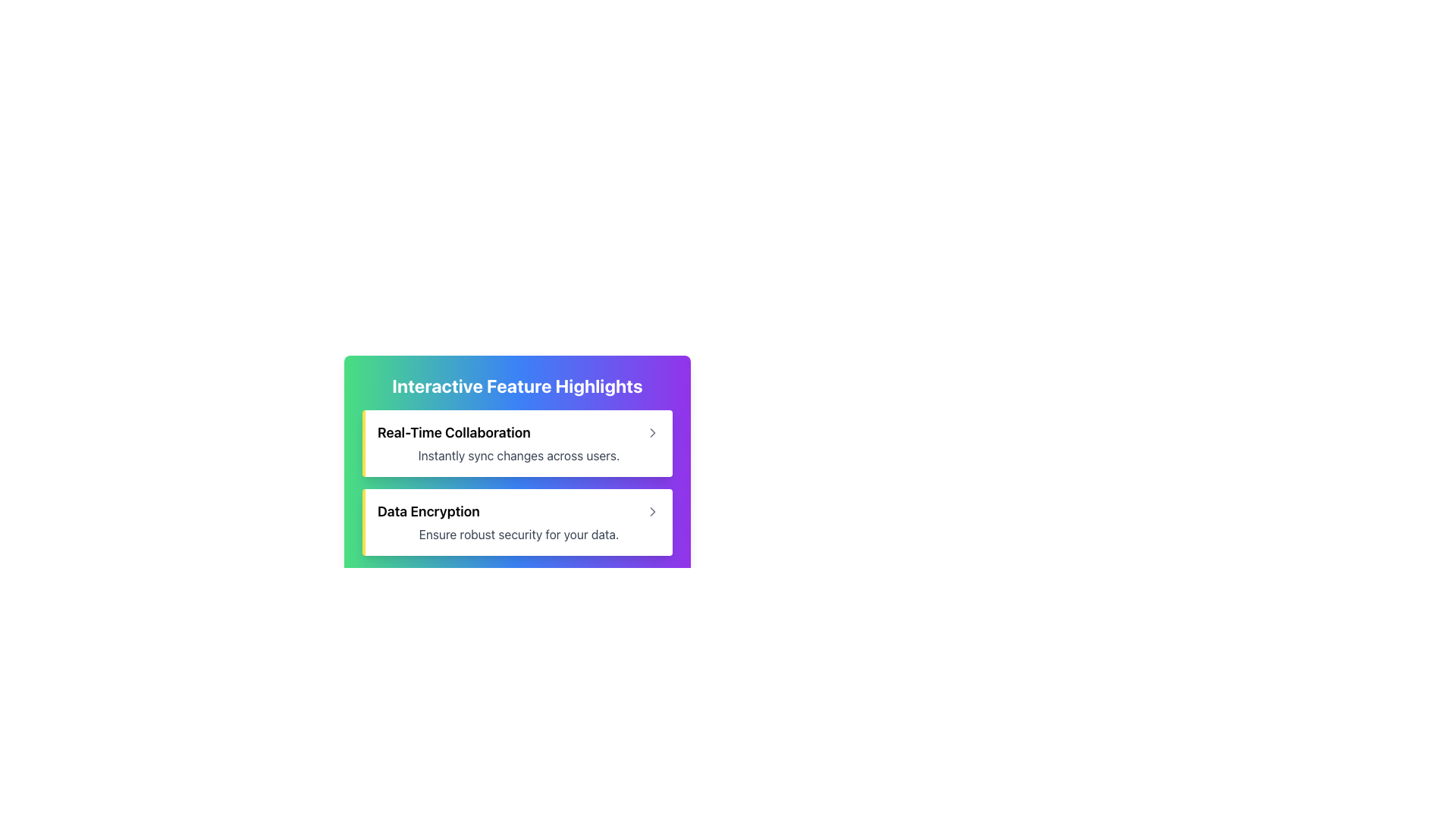 The height and width of the screenshot is (819, 1456). What do you see at coordinates (519, 534) in the screenshot?
I see `the non-interactive Text Label providing information about 'Data Encryption' located below the main title in the second card of the 'Interactive Feature Highlights' section` at bounding box center [519, 534].